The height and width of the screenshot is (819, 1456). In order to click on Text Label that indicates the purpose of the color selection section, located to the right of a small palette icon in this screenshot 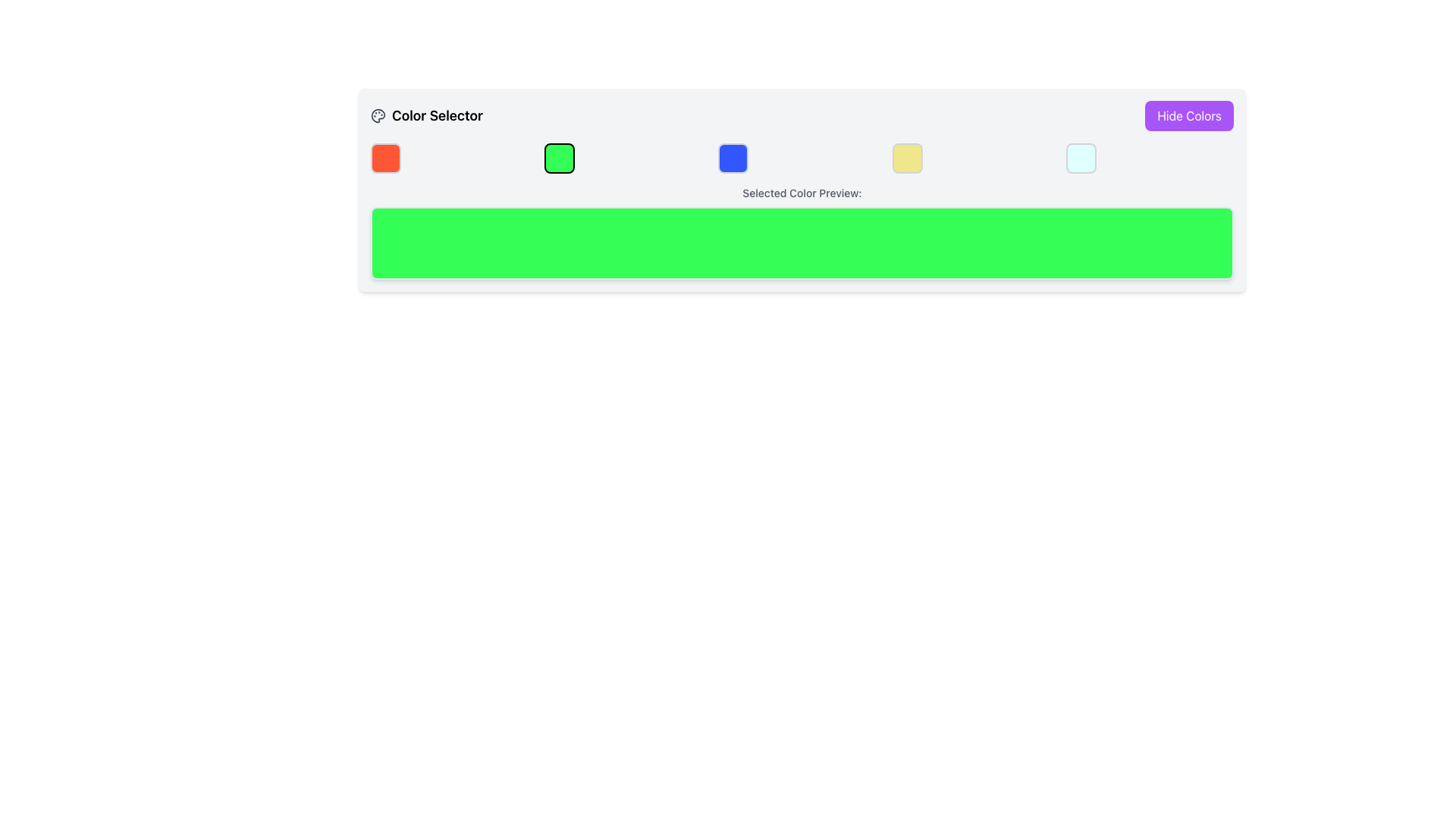, I will do `click(436, 115)`.